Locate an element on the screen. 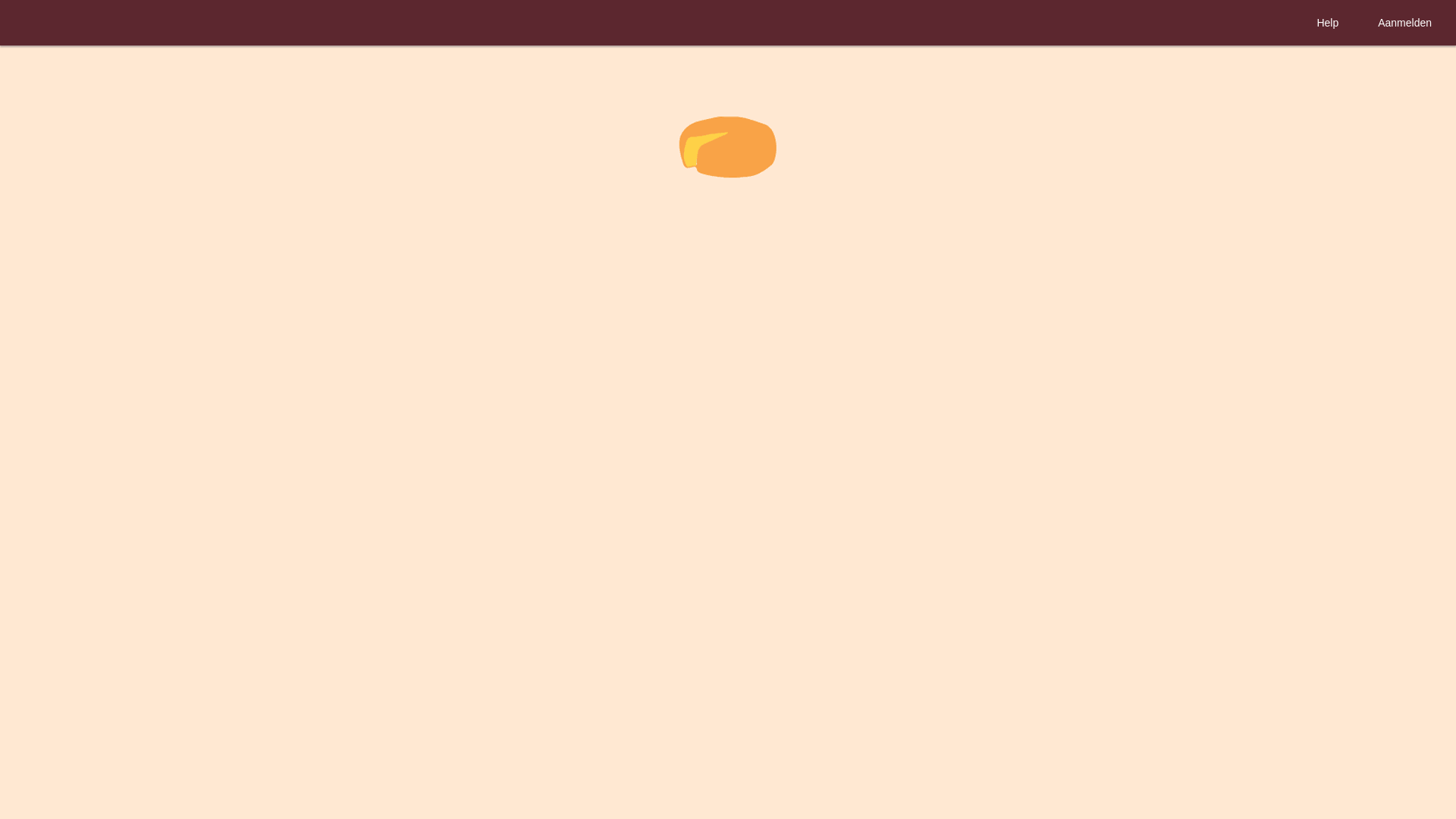 Image resolution: width=1456 pixels, height=819 pixels. 'Help' is located at coordinates (1326, 23).